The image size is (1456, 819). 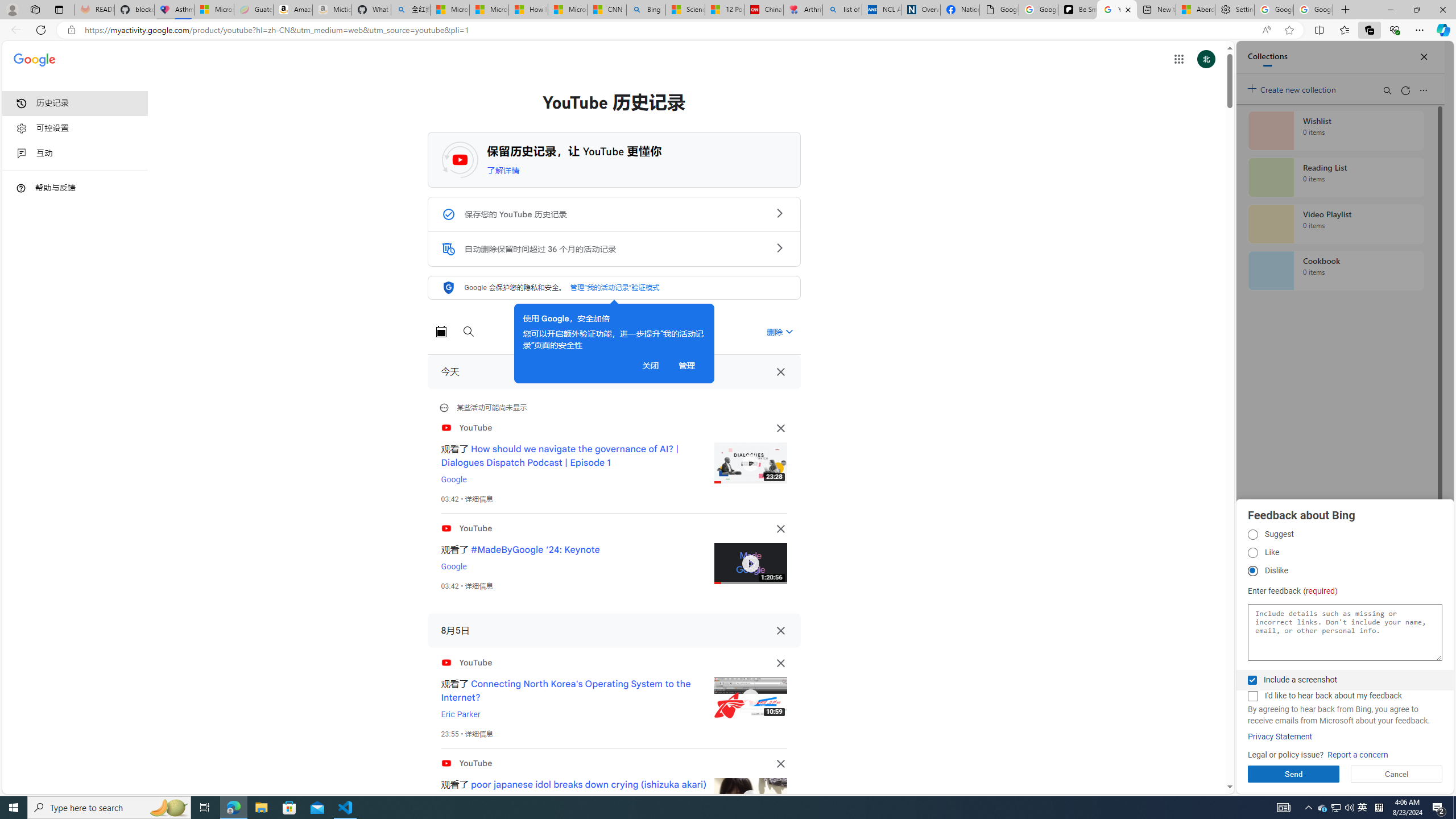 I want to click on 'Suggest Suggest', so click(x=1252, y=534).